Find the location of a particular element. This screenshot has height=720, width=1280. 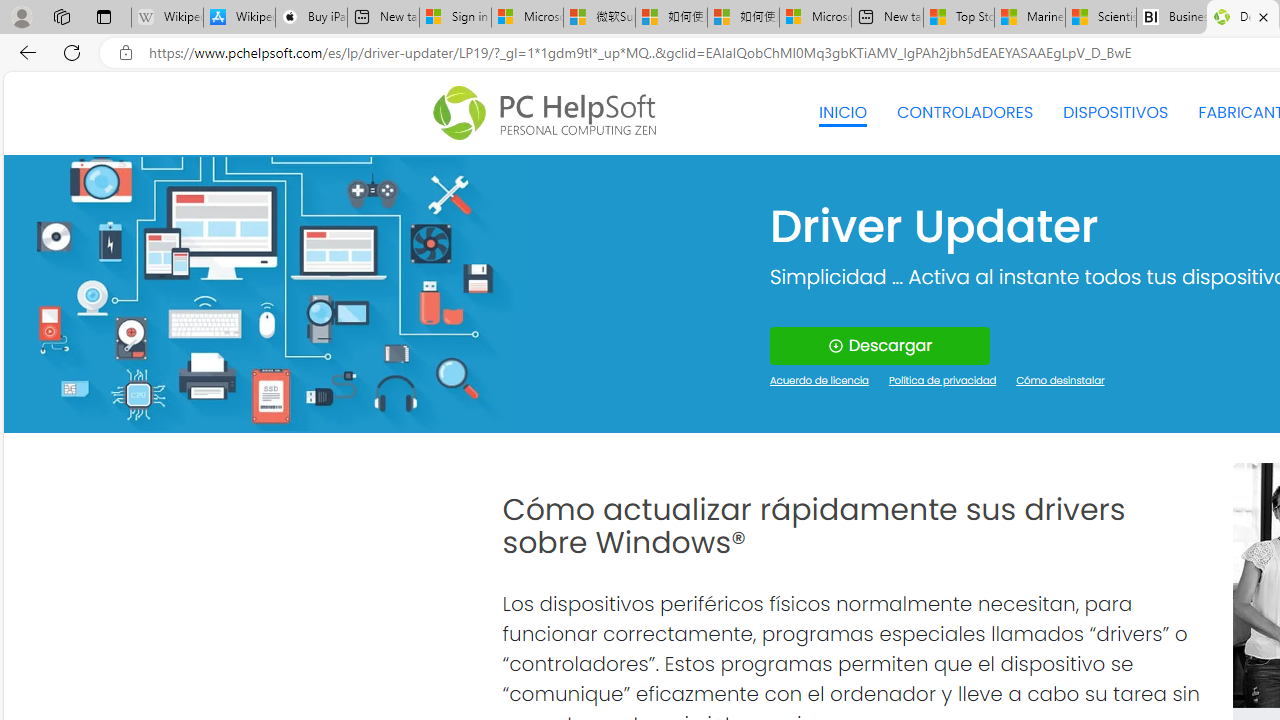

'Buy iPad - Apple' is located at coordinates (310, 17).